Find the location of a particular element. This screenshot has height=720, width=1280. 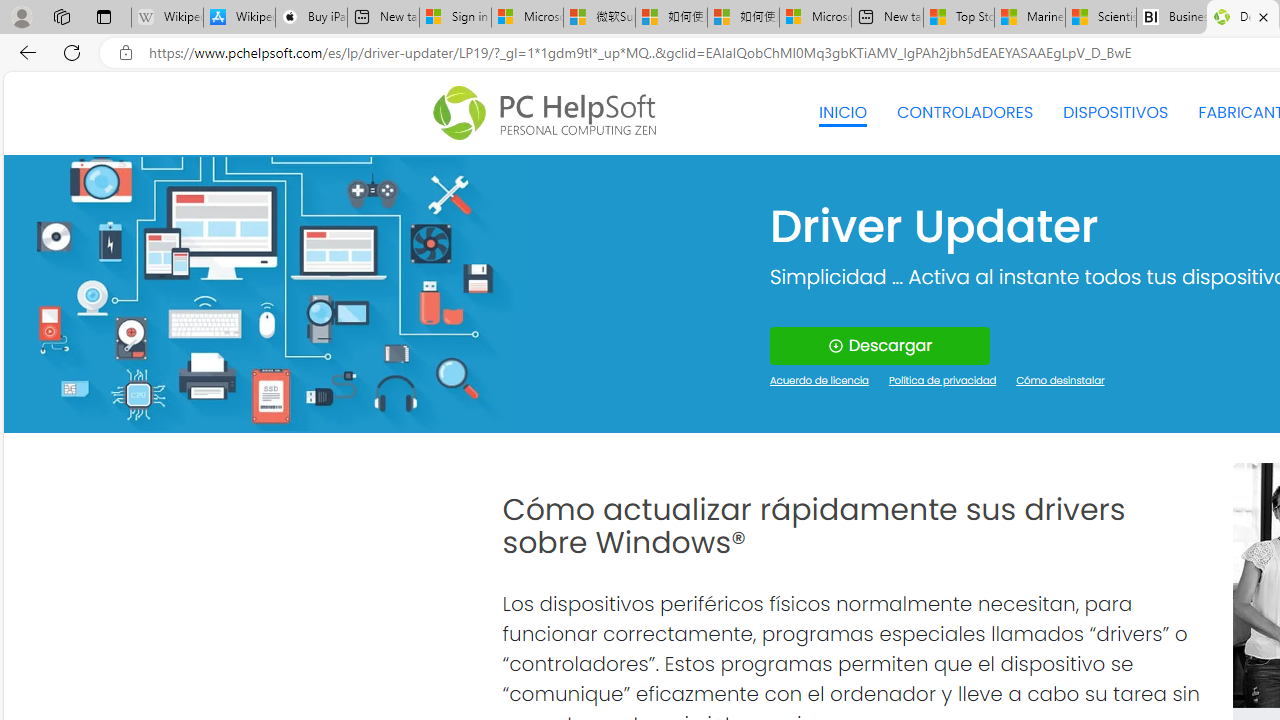

'Buy iPad - Apple' is located at coordinates (310, 17).